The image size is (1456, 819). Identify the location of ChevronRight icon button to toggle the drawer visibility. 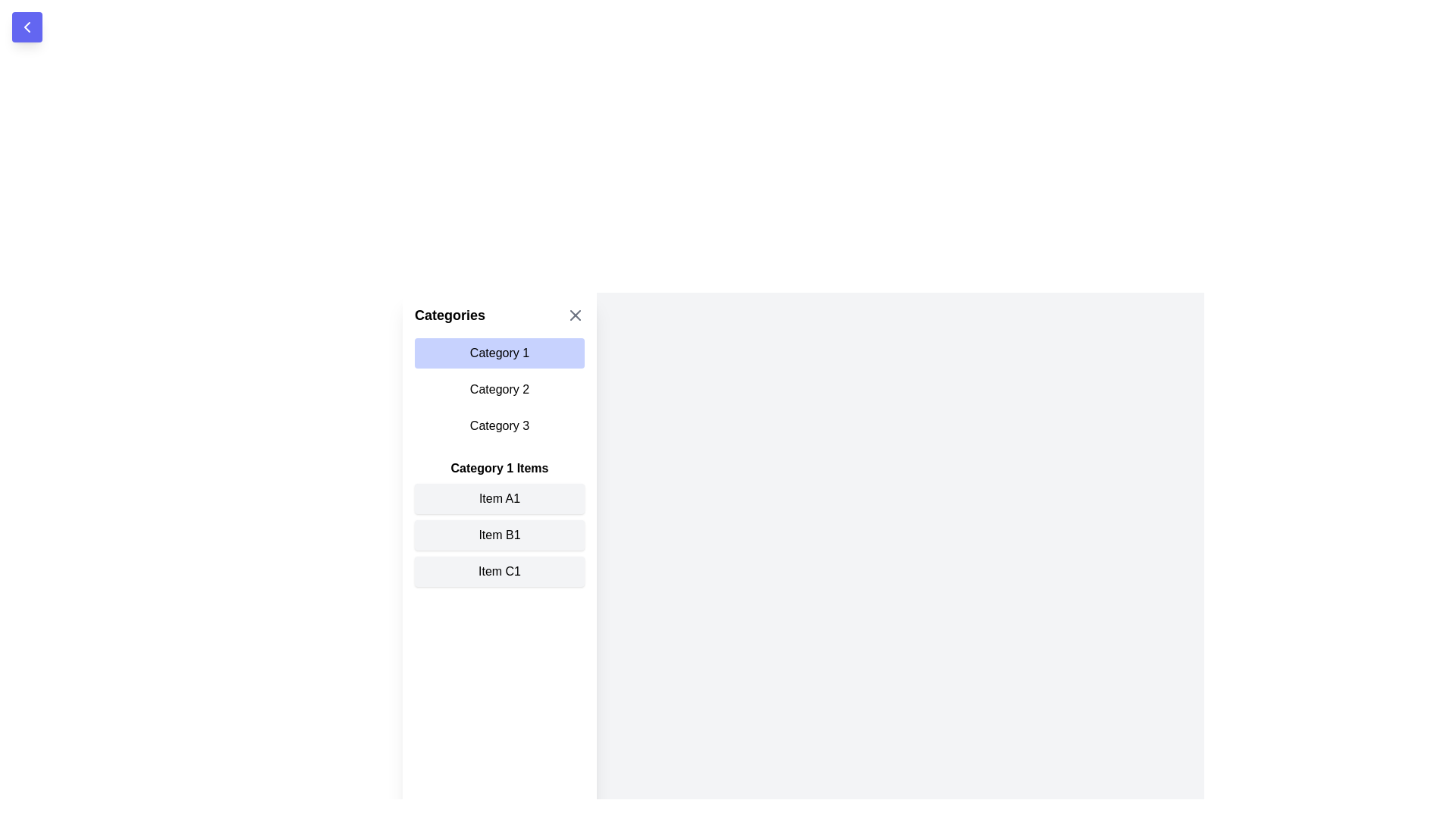
(27, 27).